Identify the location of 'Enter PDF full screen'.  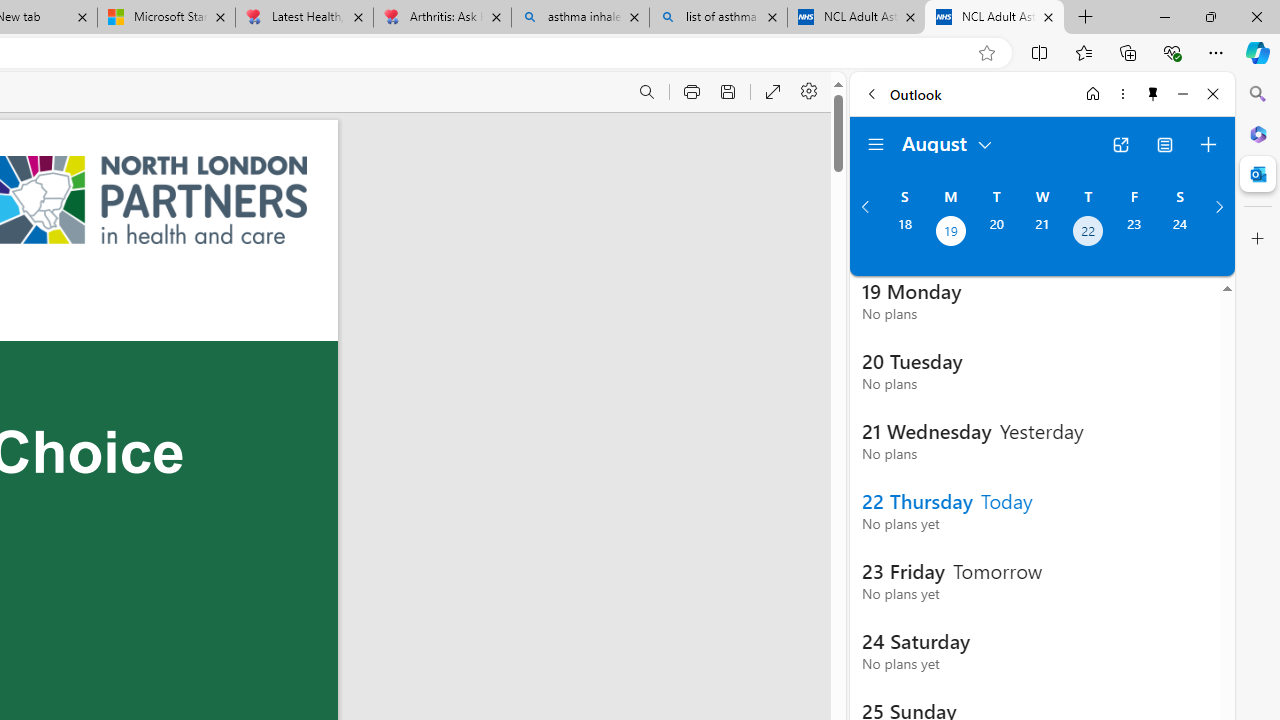
(772, 92).